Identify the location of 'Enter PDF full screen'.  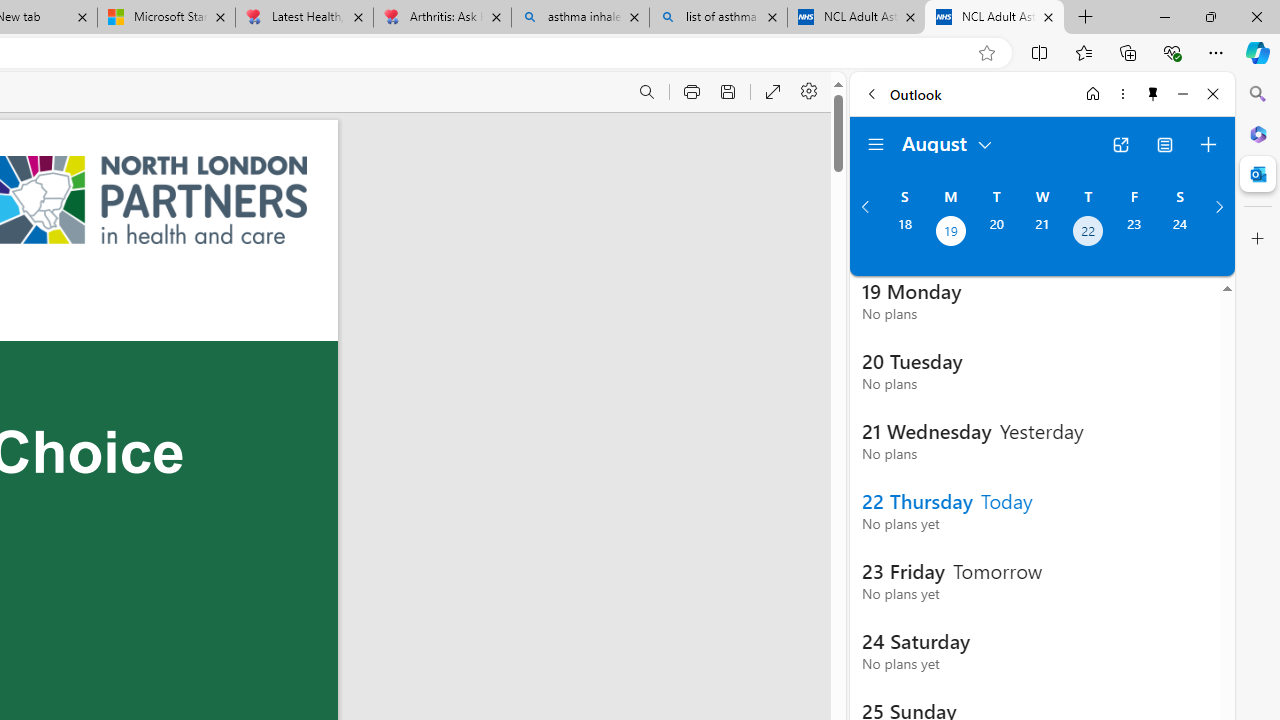
(772, 92).